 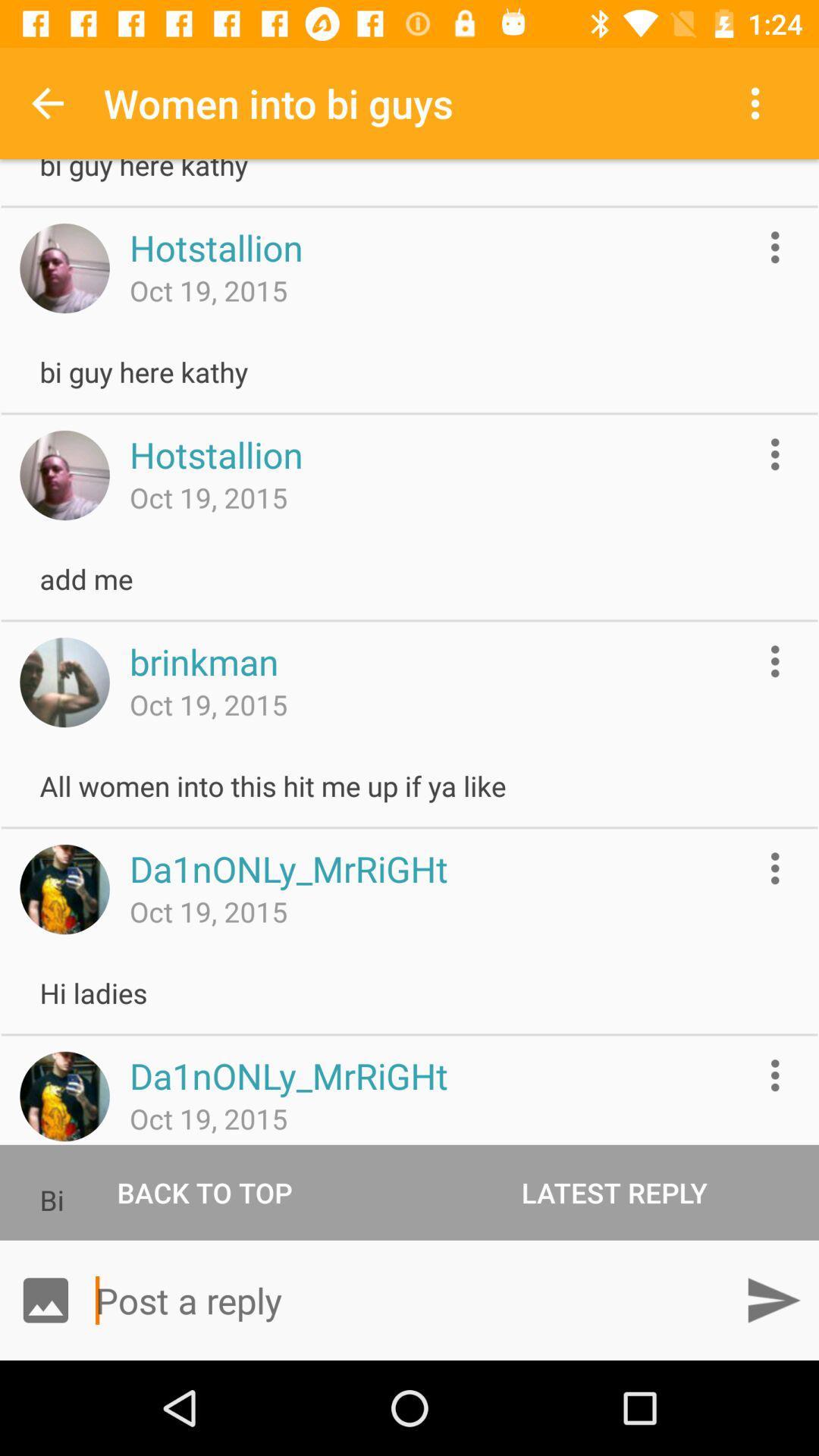 I want to click on open profile, so click(x=64, y=268).